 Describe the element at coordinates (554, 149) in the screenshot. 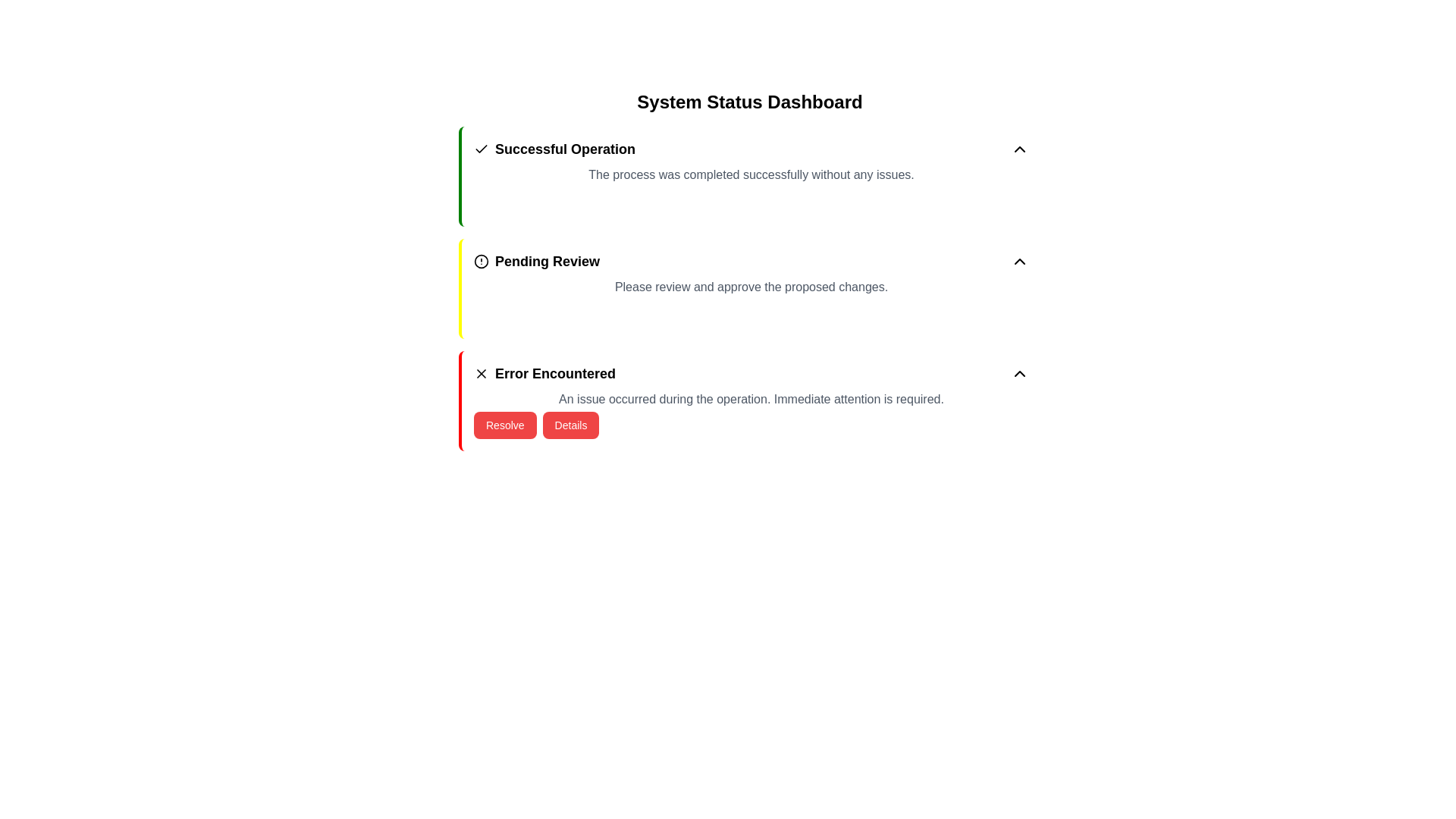

I see `the Text Label with Icon that displays a check icon and the text 'Successful Operation', indicating a positive status in the upper section of the status items list` at that location.